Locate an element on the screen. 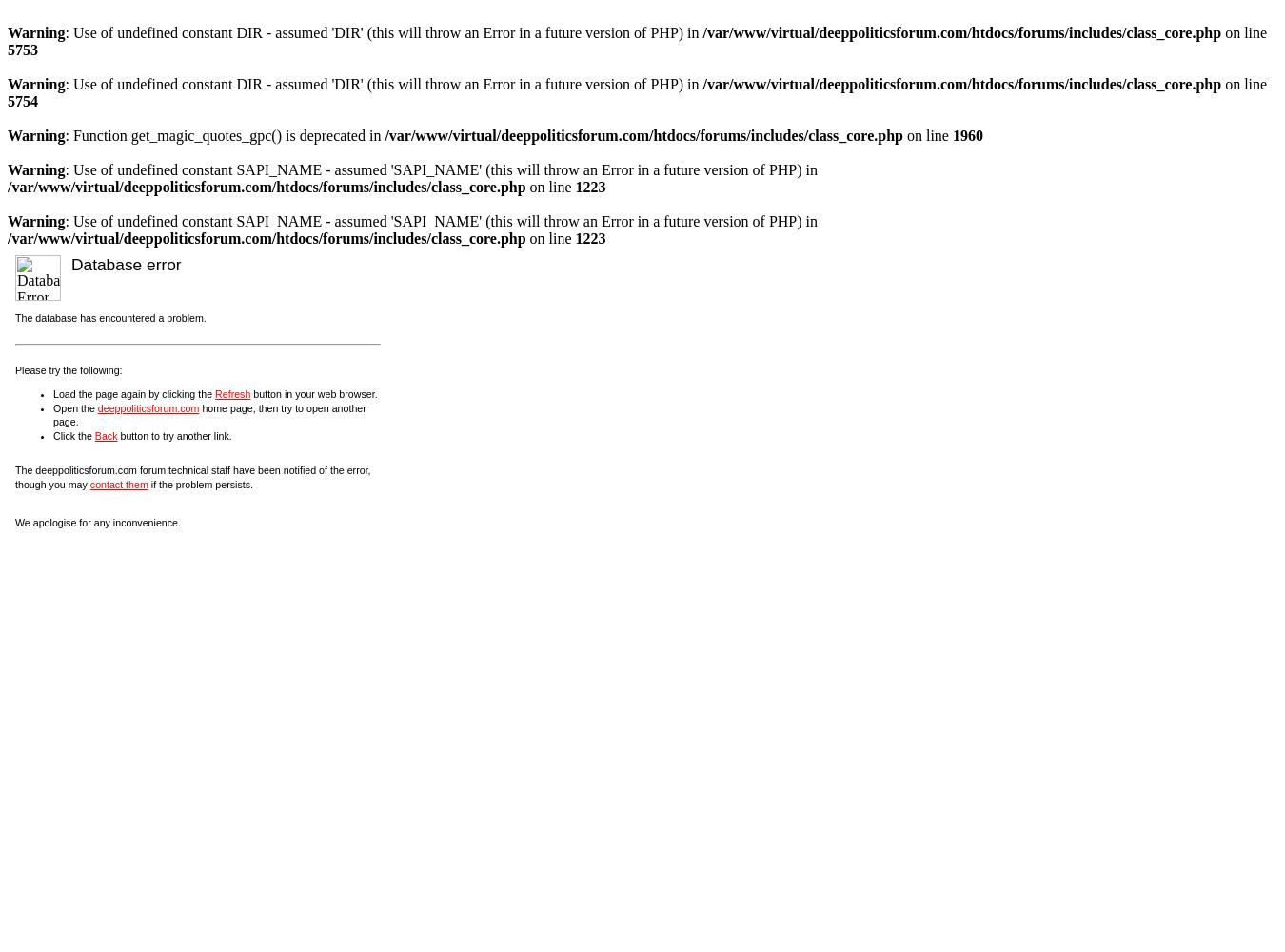  'We apologise for any inconvenience.' is located at coordinates (96, 523).